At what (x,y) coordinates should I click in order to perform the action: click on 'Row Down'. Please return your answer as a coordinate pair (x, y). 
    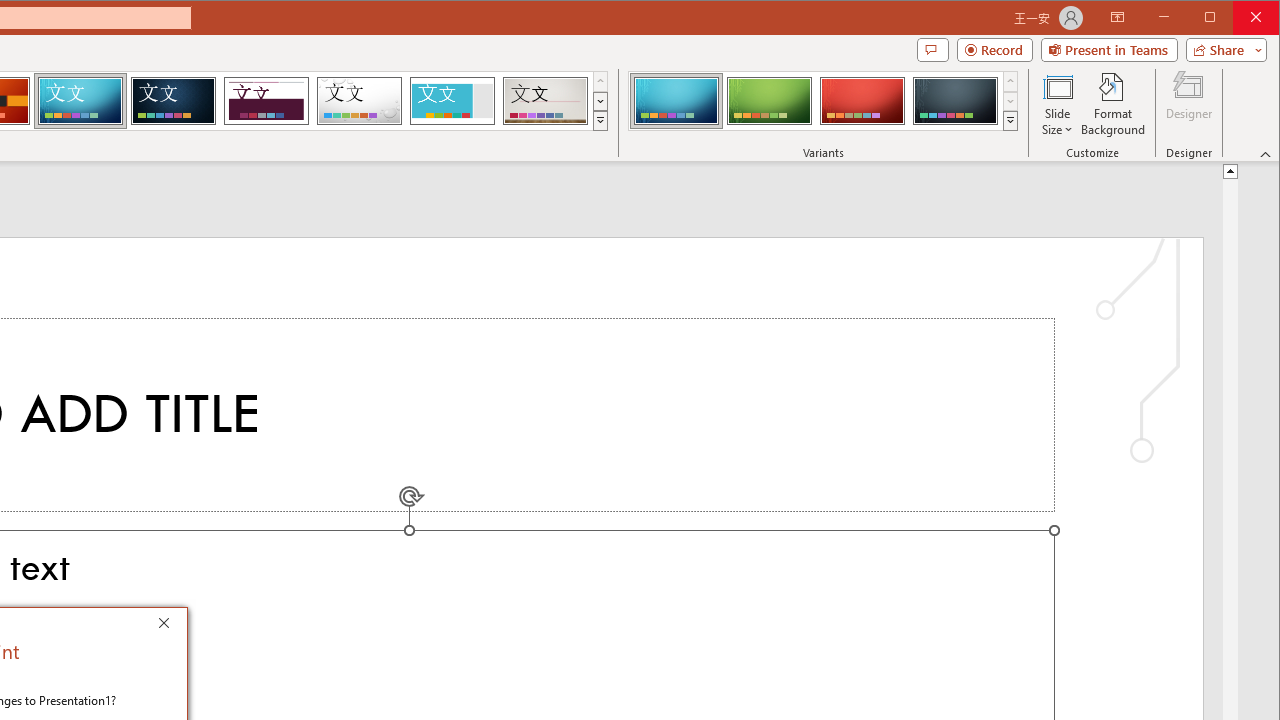
    Looking at the image, I should click on (1010, 101).